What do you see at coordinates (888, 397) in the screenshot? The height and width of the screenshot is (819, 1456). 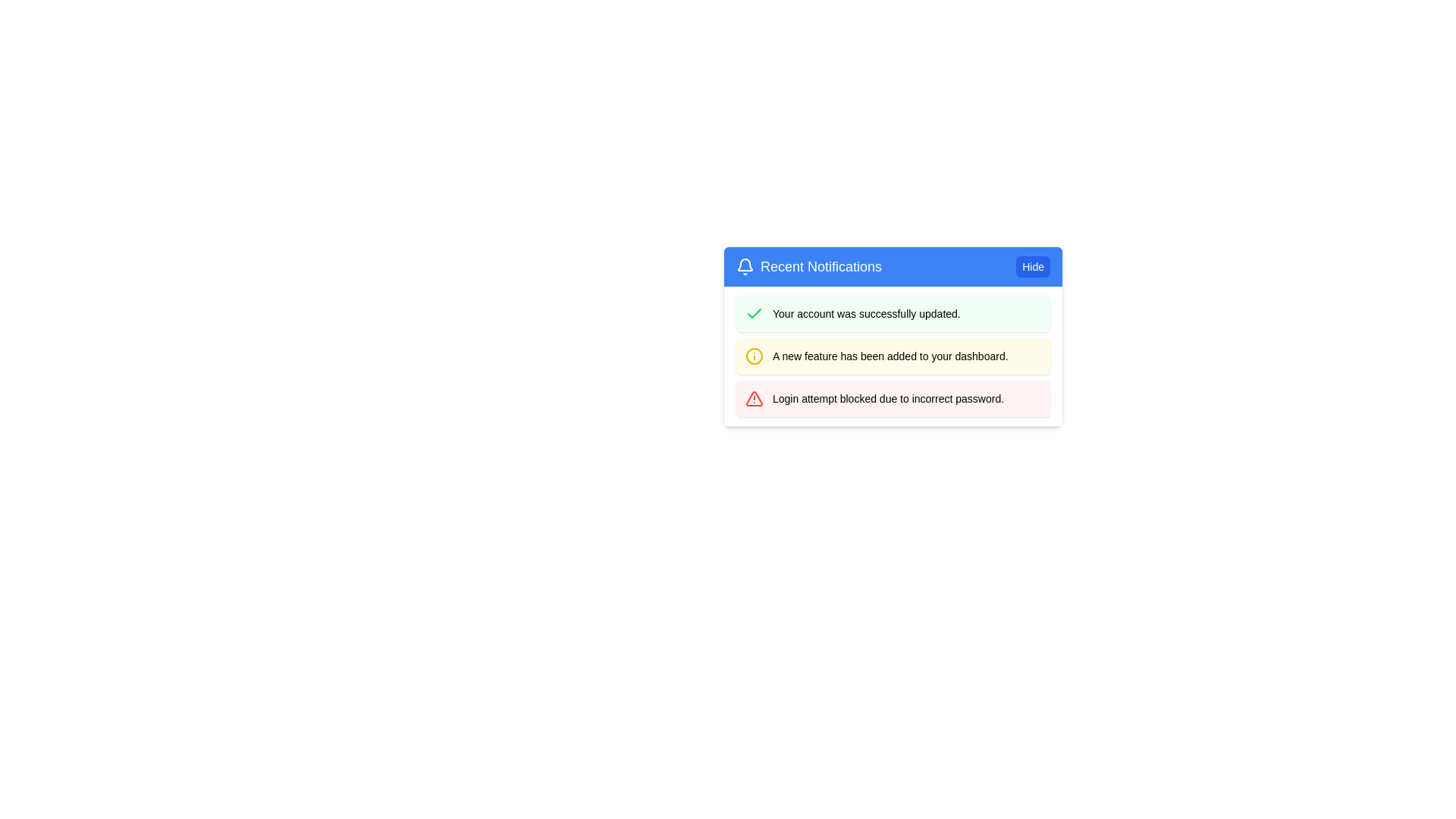 I see `static text element that displays the message 'Login attempt blocked due to incorrect password.' which is styled in a small font and located in a light red alert box at the bottom of the notifications list` at bounding box center [888, 397].